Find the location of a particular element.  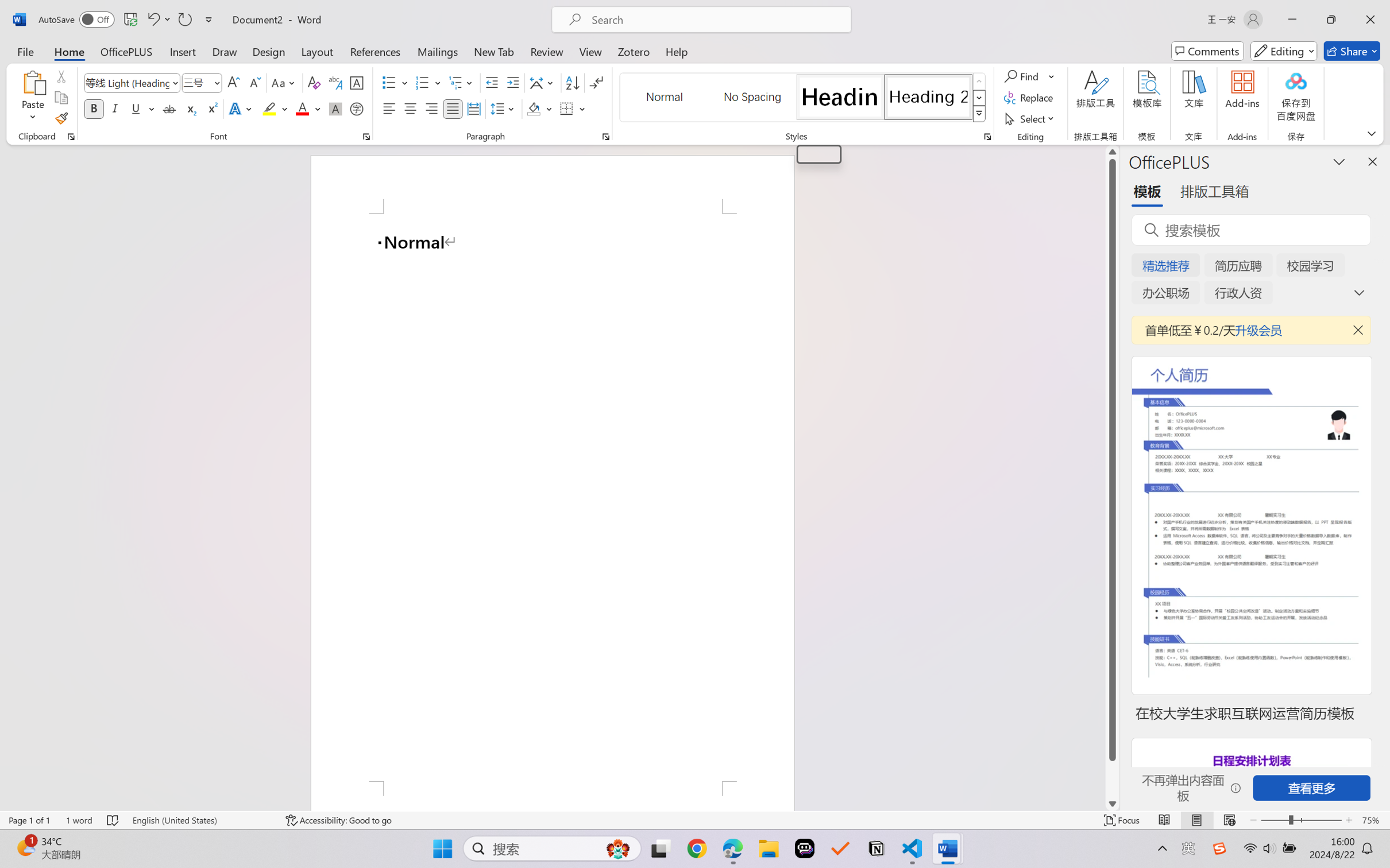

'Close' is located at coordinates (1370, 19).